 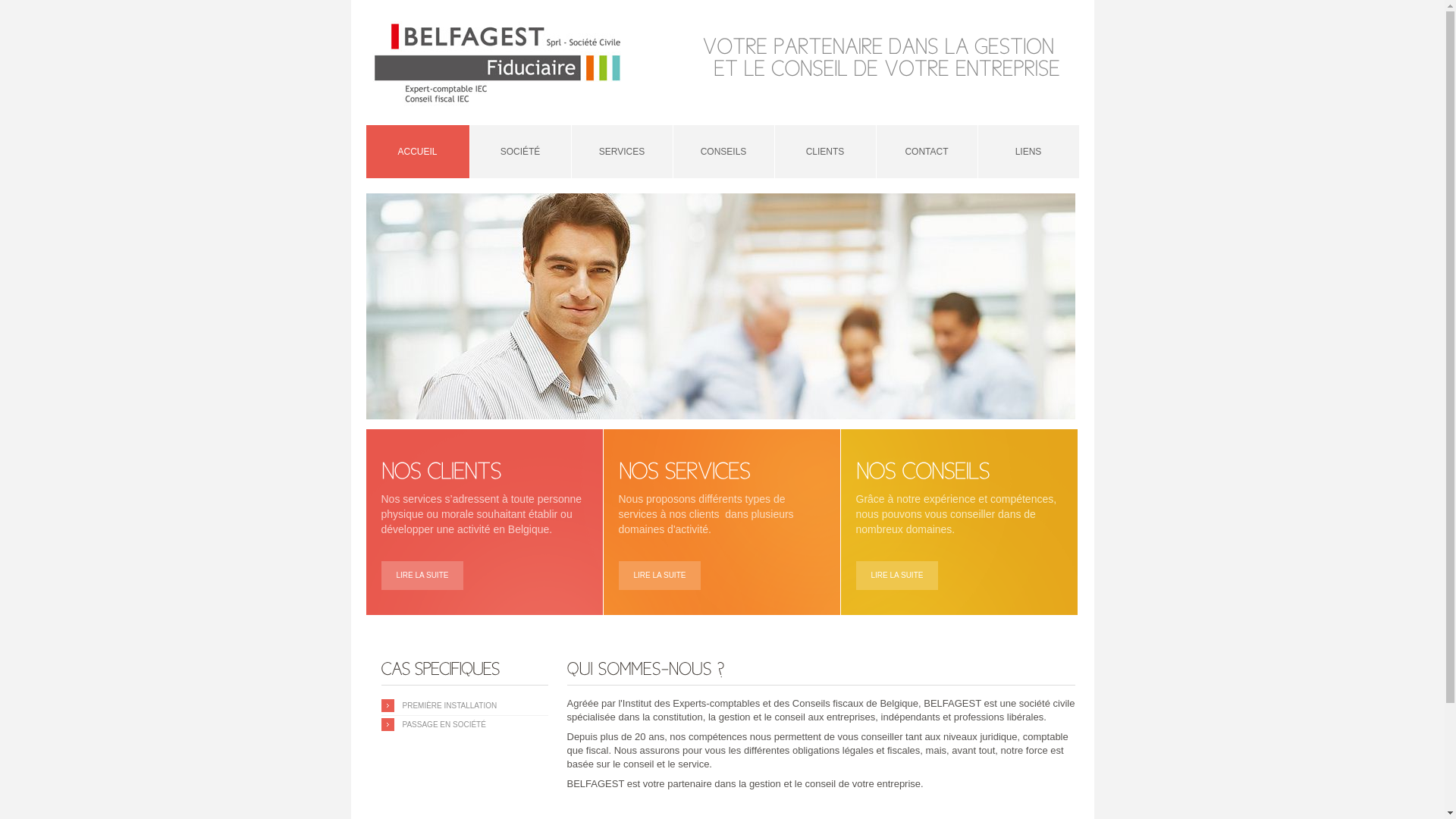 I want to click on 'LIRE LA SUITE', so click(x=660, y=576).